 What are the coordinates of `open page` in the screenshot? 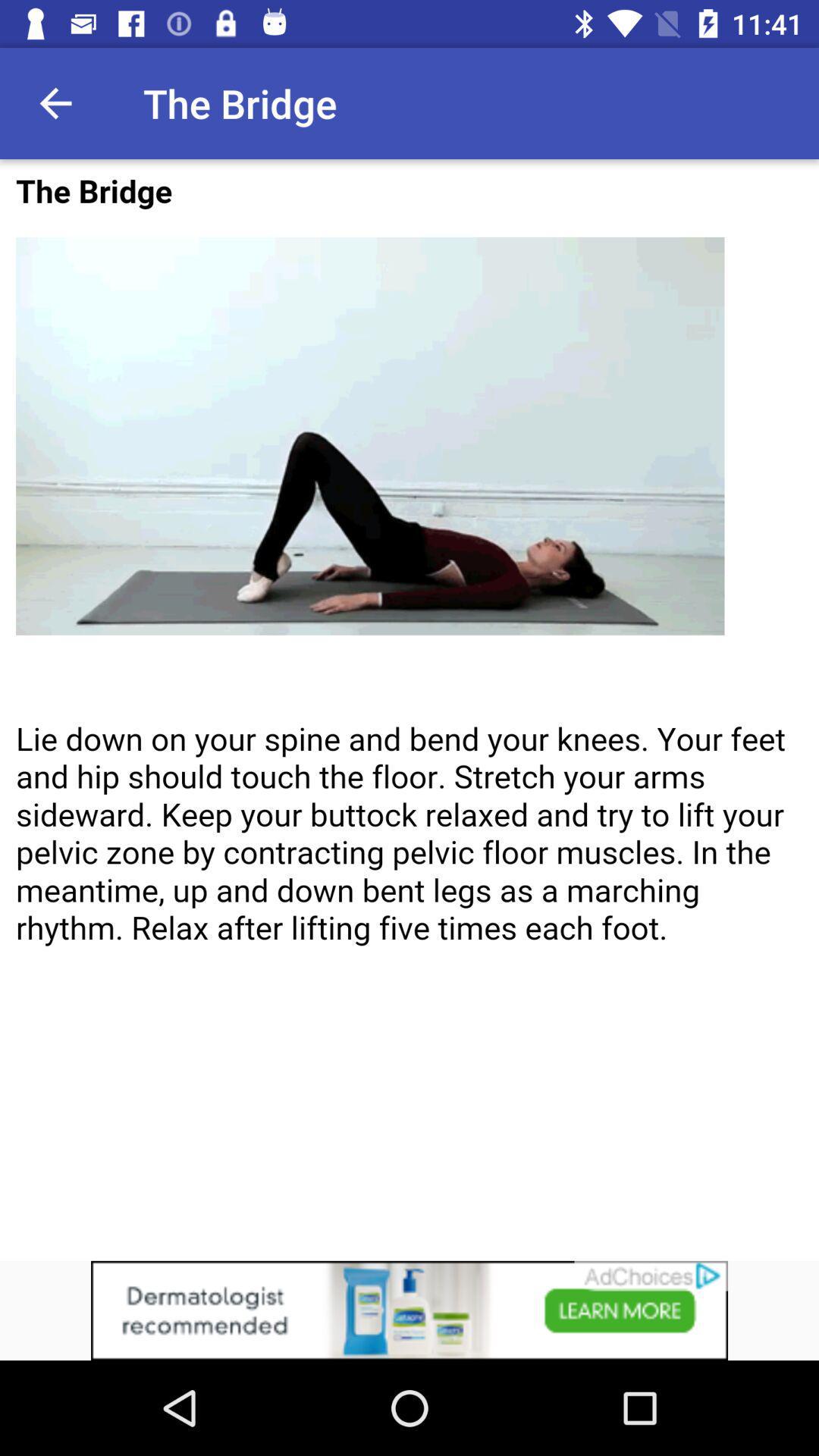 It's located at (409, 709).